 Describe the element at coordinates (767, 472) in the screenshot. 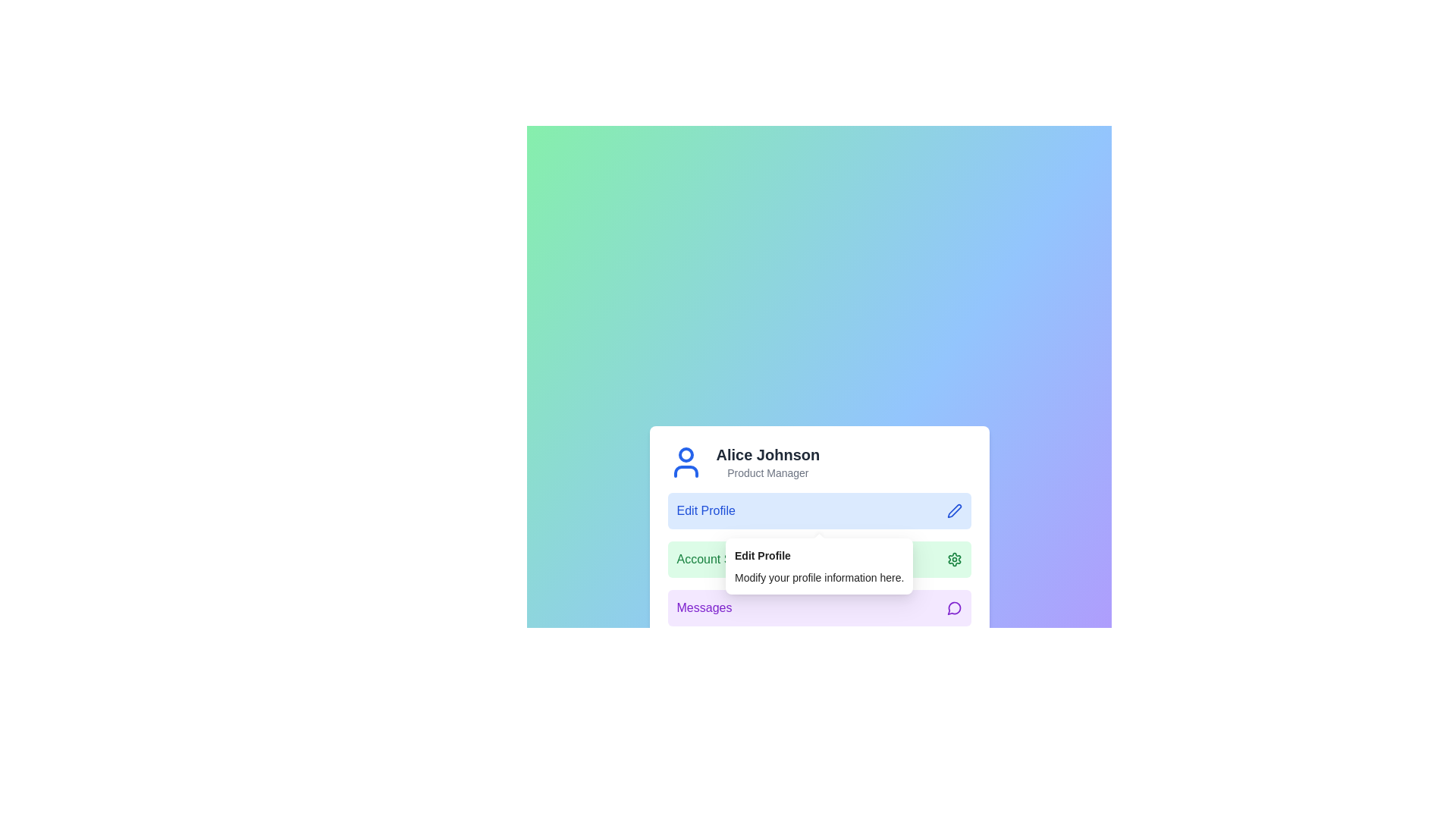

I see `the text label displaying the job title 'Product Manager' for the individual 'Alice Johnson', which is located beneath the name header in the profile card component` at that location.